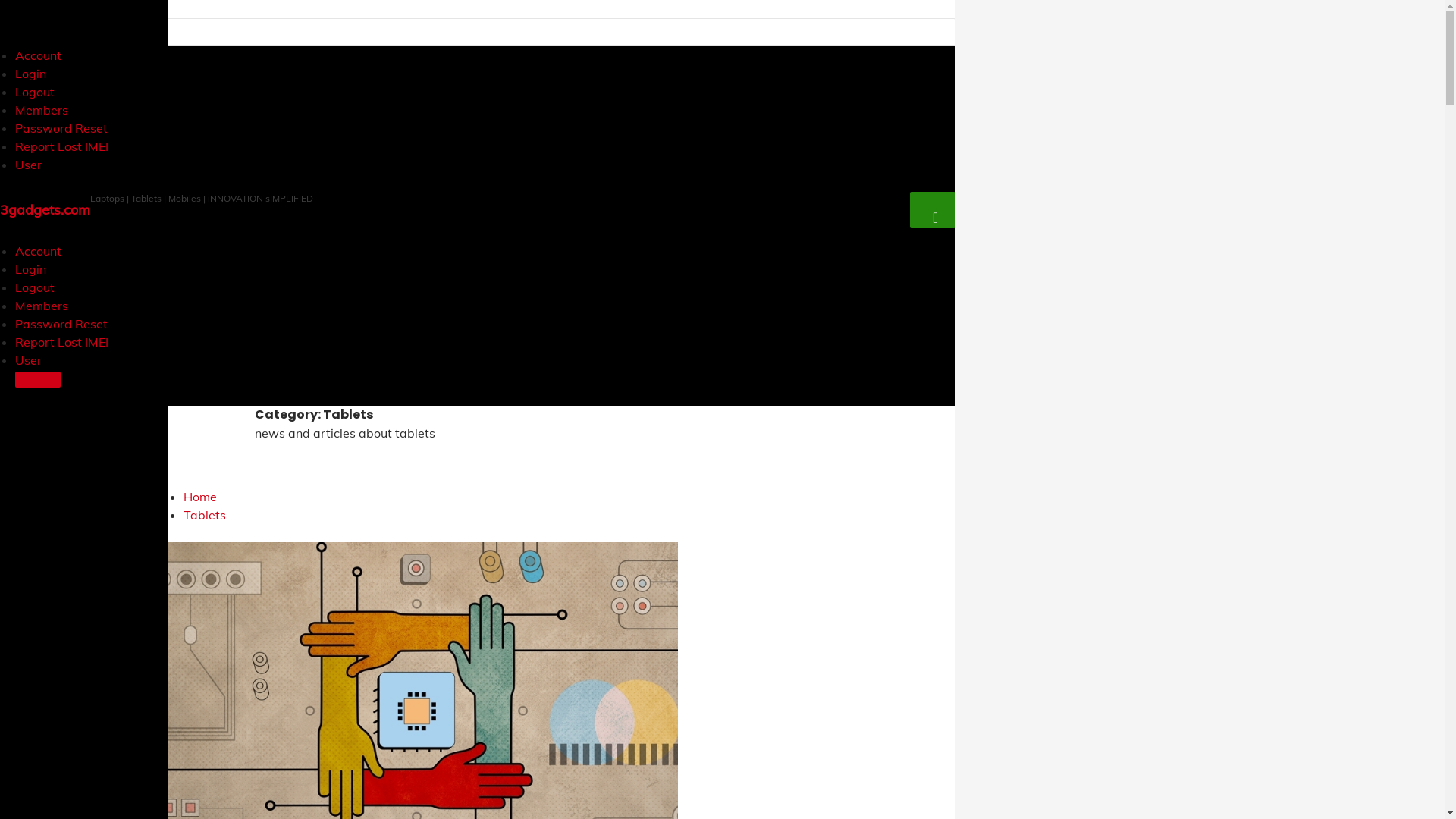 This screenshot has height=819, width=1456. I want to click on 'Members', so click(14, 109).